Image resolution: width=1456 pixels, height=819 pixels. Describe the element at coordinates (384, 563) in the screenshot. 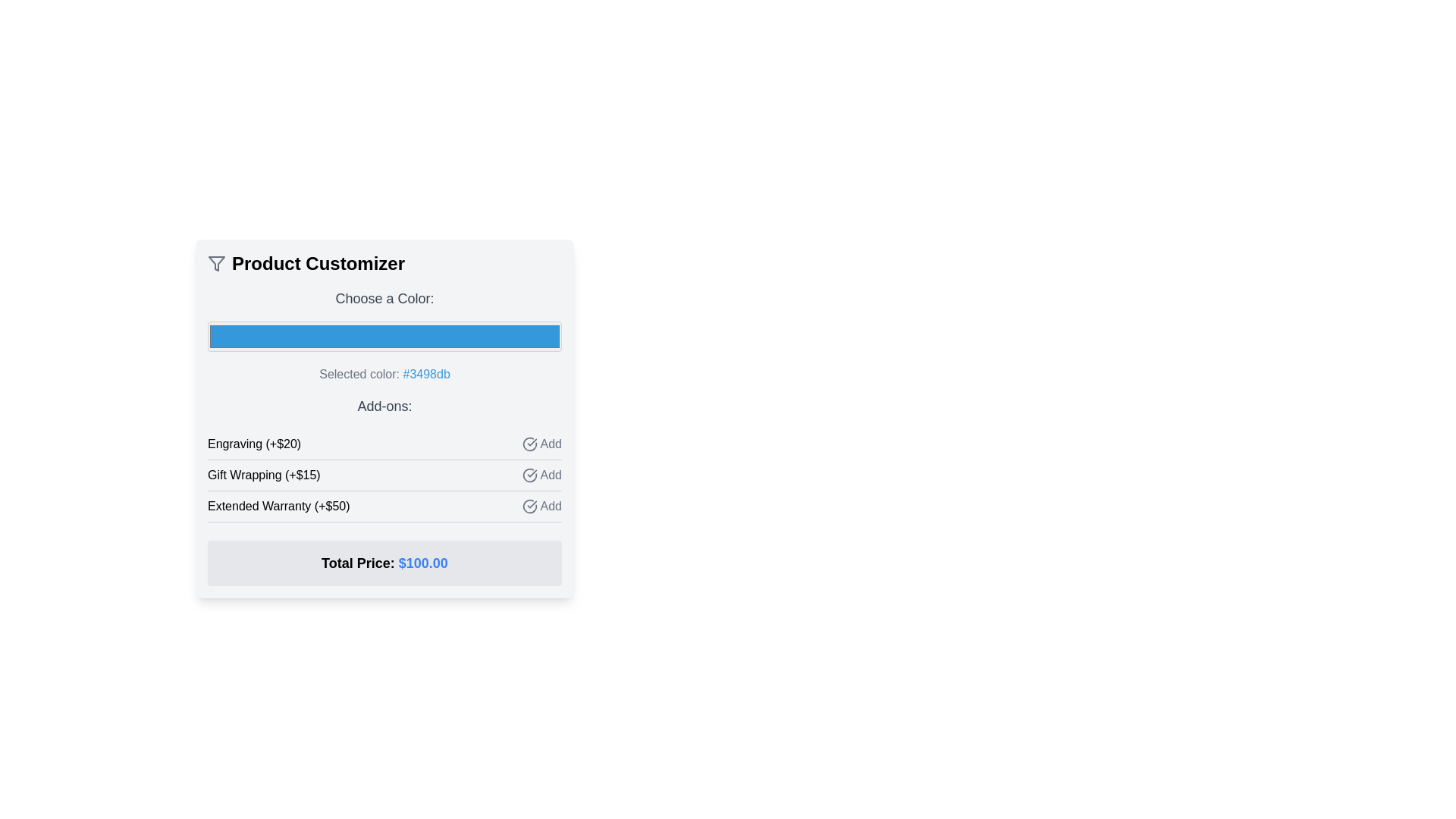

I see `the Text Label displaying 'Total Price: $100.00' with a blue-highlighted '$100.00' part, located at the bottom of the product customization panel` at that location.